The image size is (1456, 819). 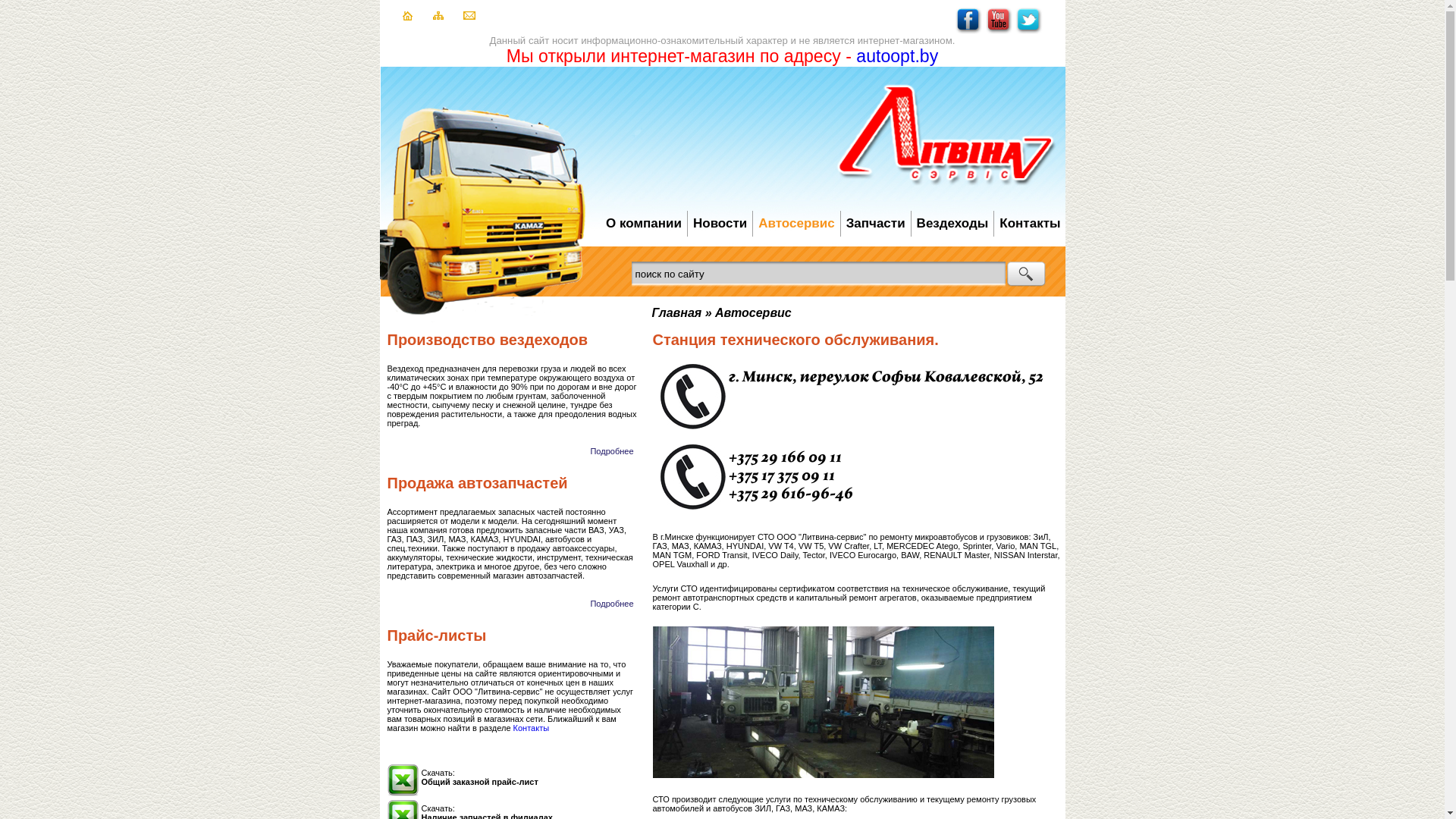 I want to click on 'autoopt.by', so click(x=896, y=55).